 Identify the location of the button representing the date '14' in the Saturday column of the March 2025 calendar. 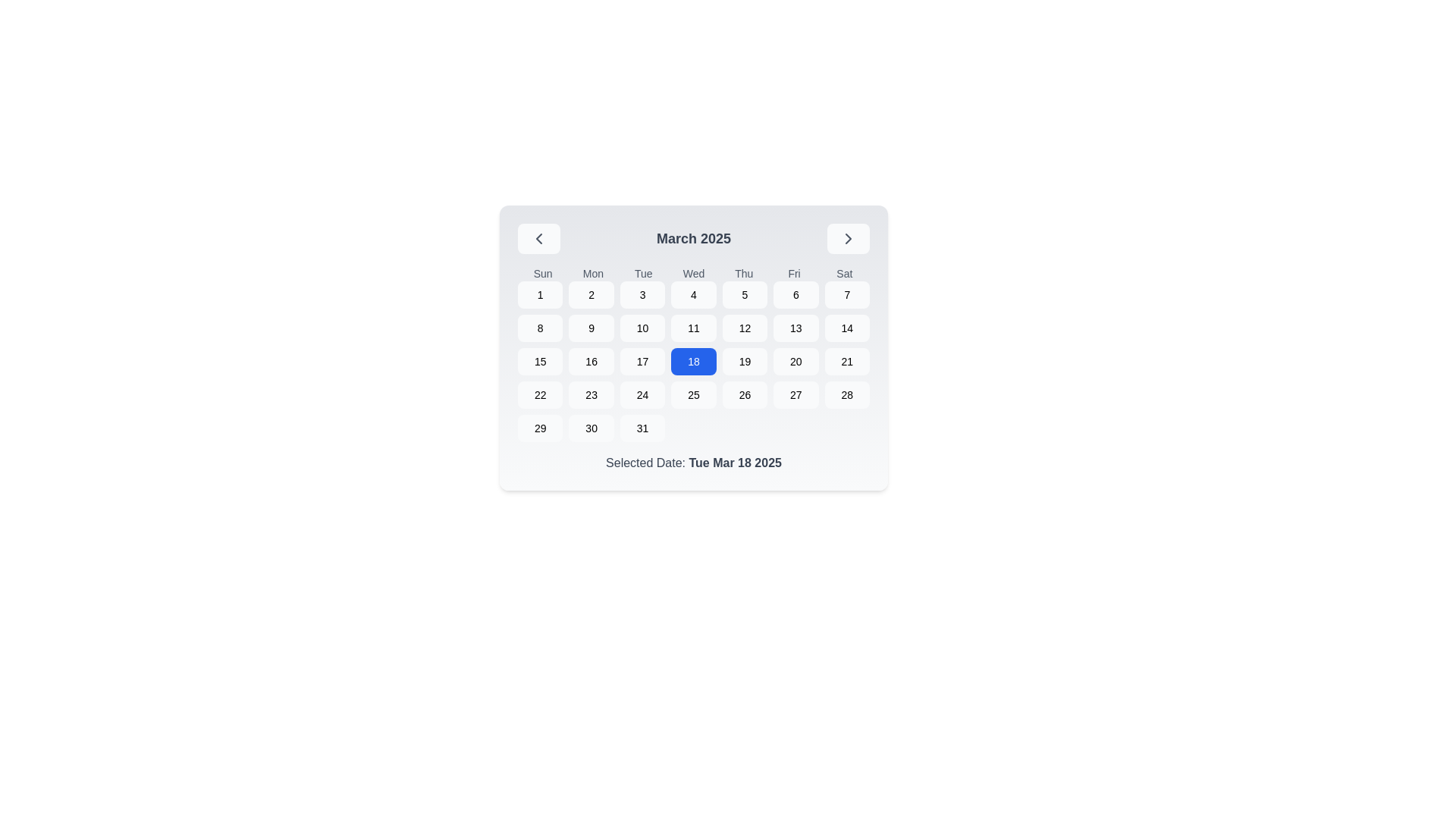
(846, 327).